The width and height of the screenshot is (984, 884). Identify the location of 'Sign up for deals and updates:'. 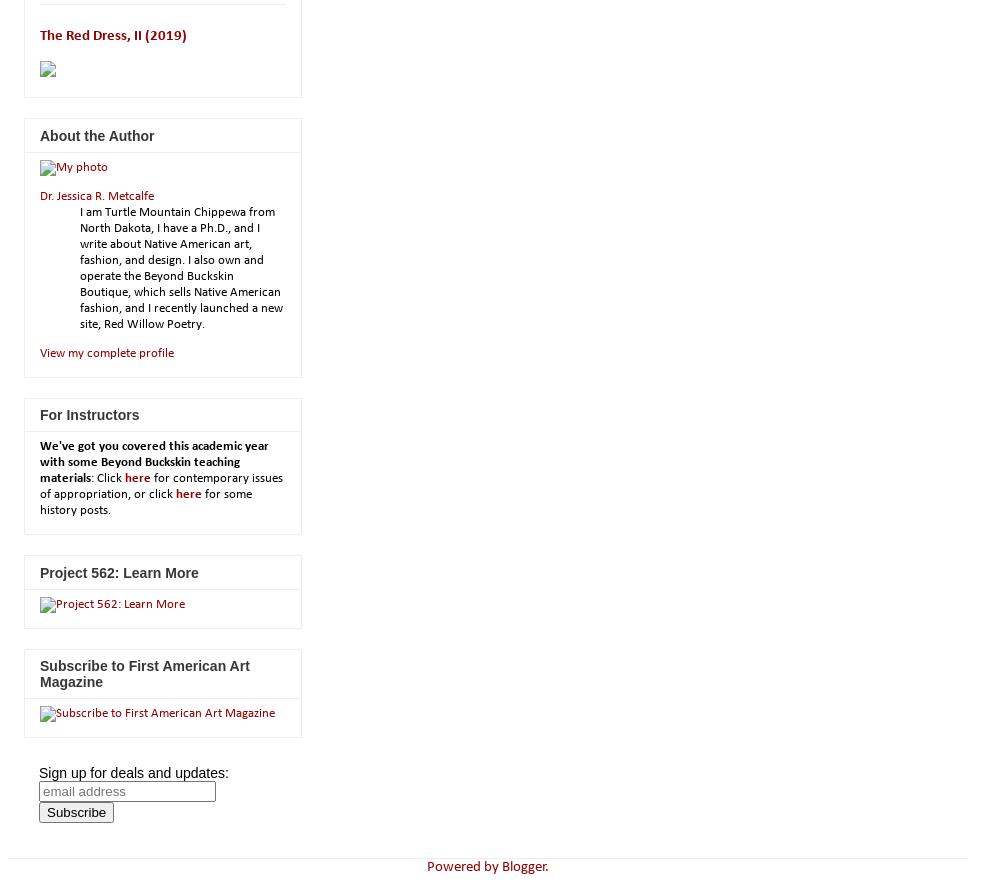
(133, 772).